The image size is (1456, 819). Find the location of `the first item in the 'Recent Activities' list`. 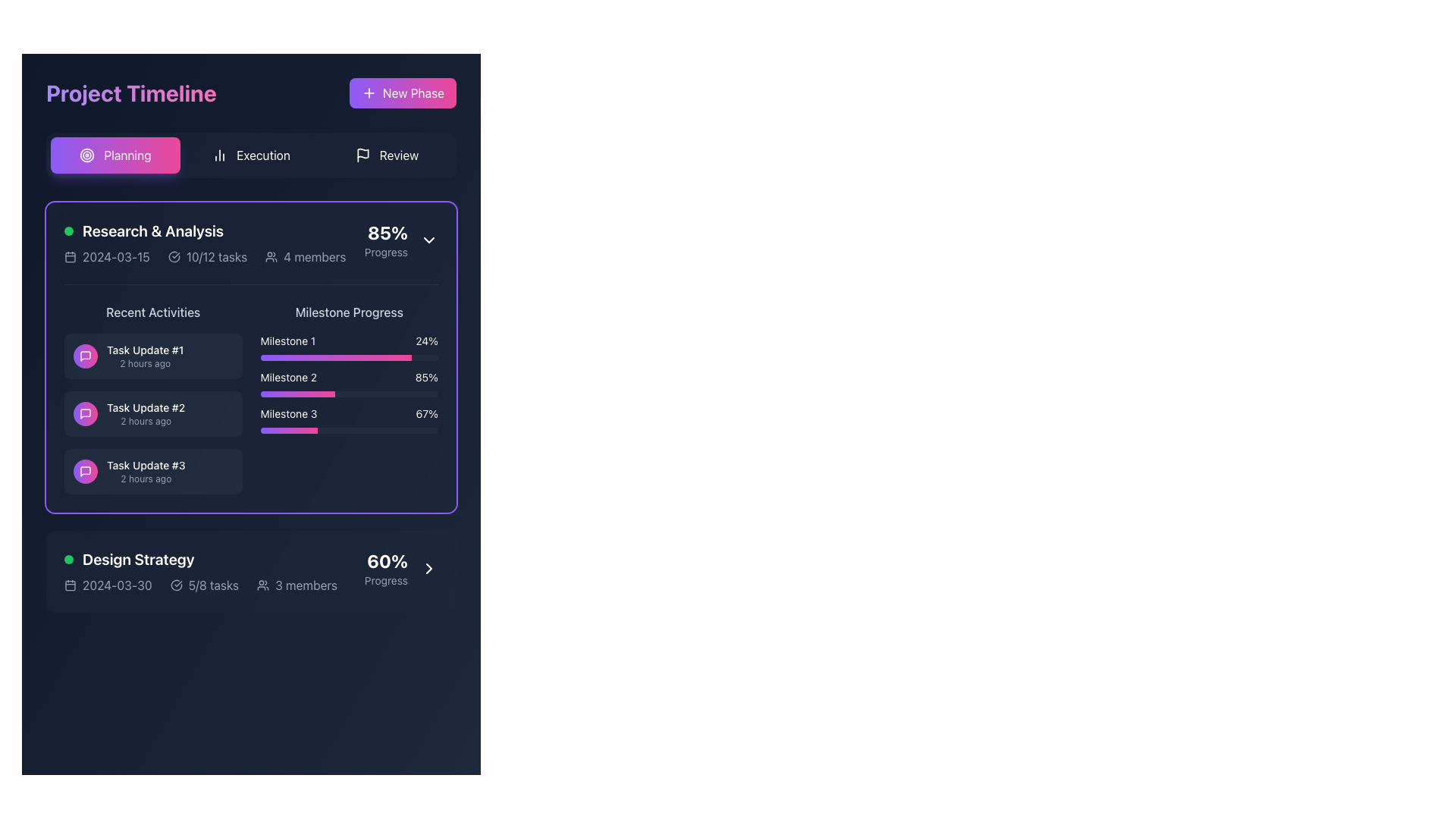

the first item in the 'Recent Activities' list is located at coordinates (153, 356).